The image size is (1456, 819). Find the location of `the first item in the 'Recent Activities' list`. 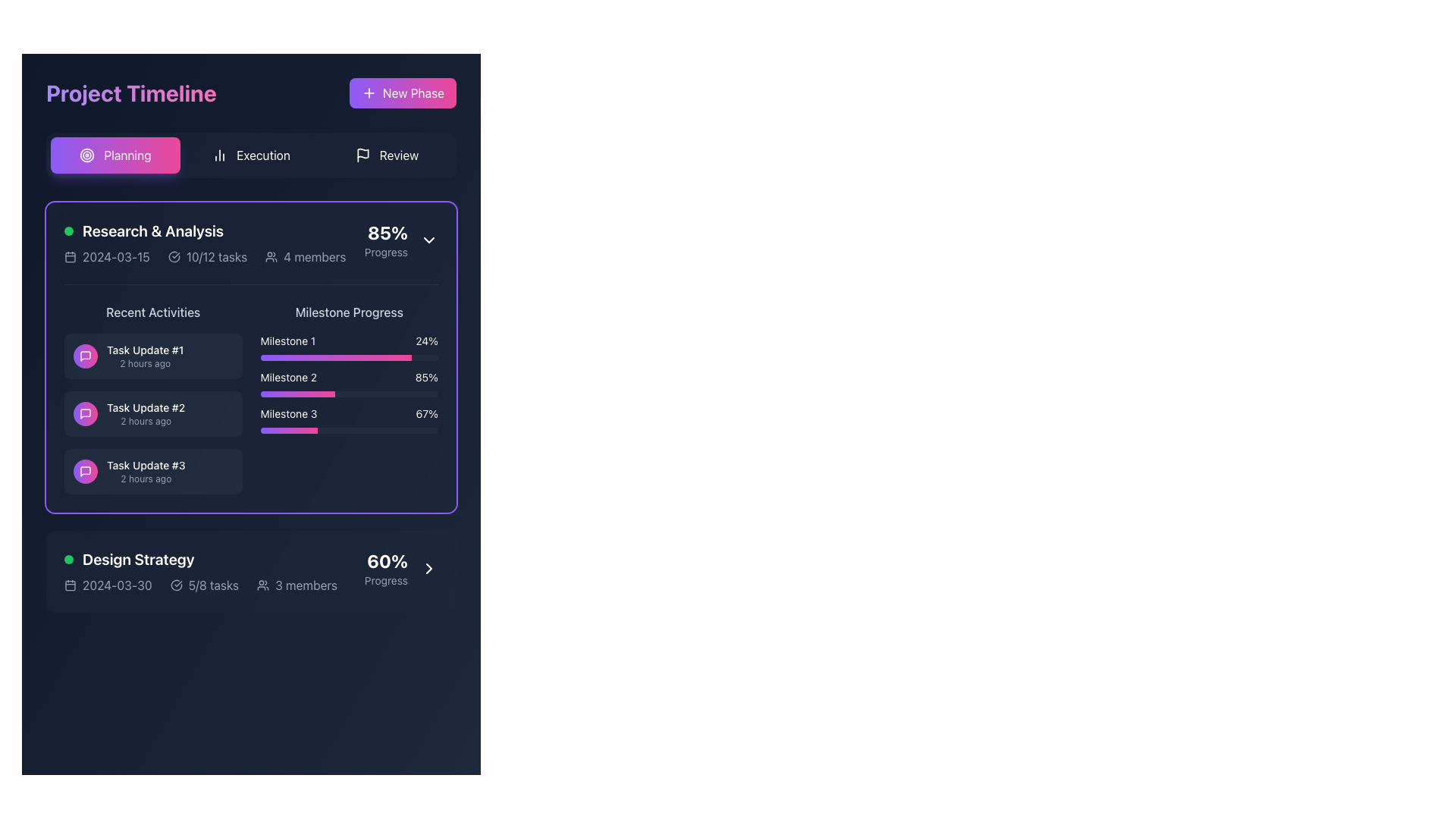

the first item in the 'Recent Activities' list is located at coordinates (153, 356).